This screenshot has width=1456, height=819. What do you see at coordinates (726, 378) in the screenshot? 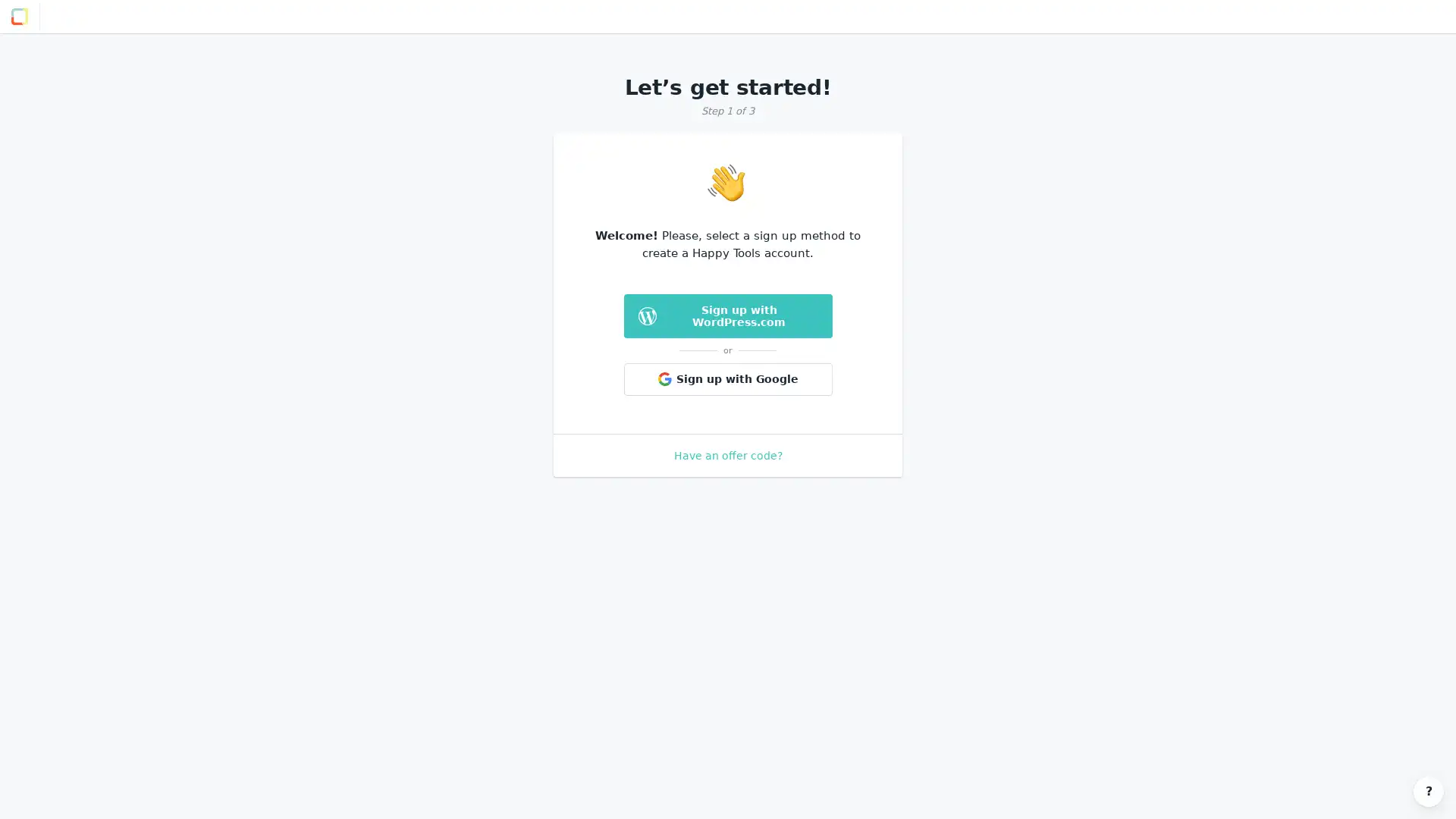
I see `Sign up with Google` at bounding box center [726, 378].